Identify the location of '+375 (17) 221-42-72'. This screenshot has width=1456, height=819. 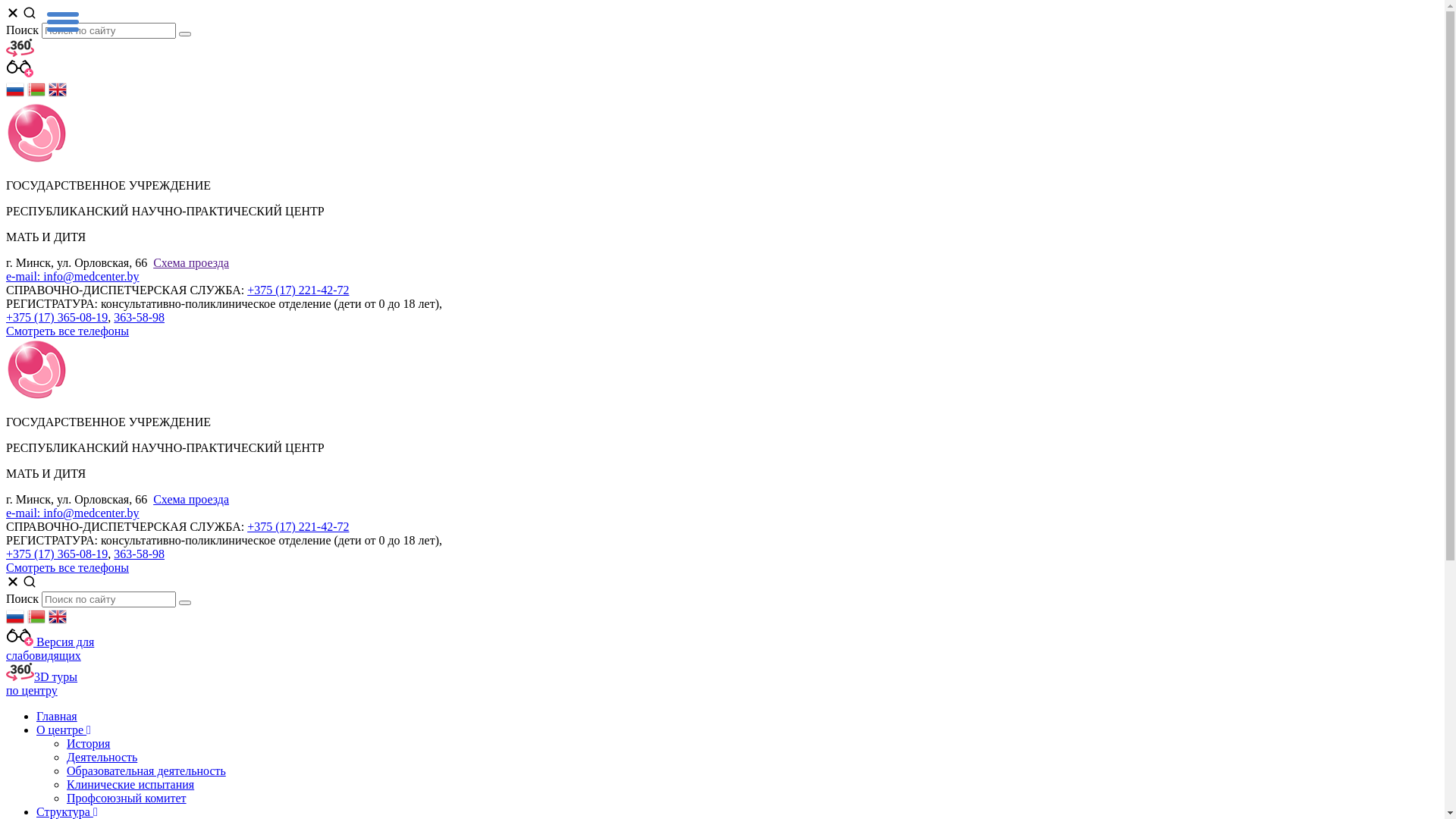
(298, 526).